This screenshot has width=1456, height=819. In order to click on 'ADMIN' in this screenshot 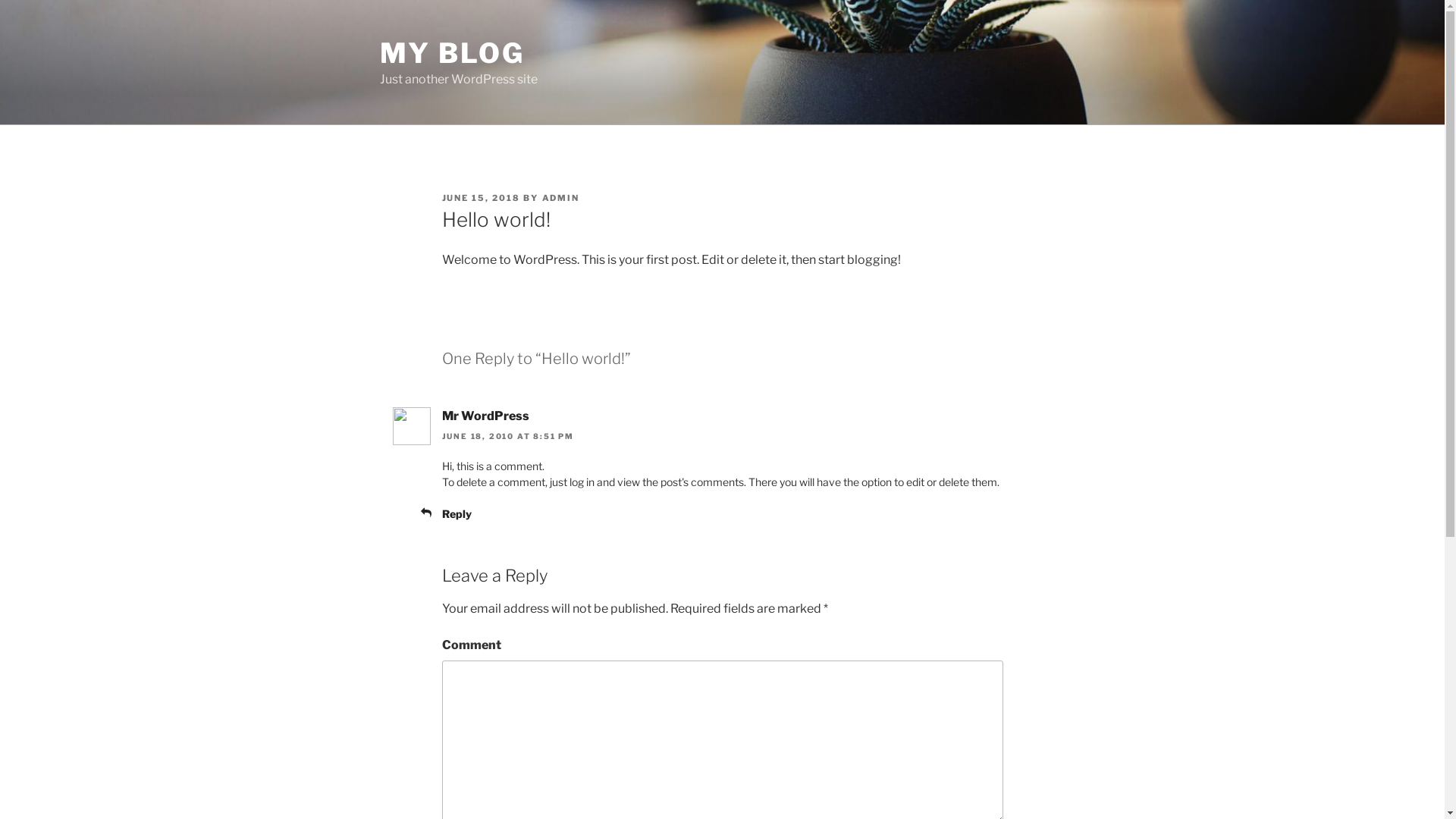, I will do `click(560, 197)`.